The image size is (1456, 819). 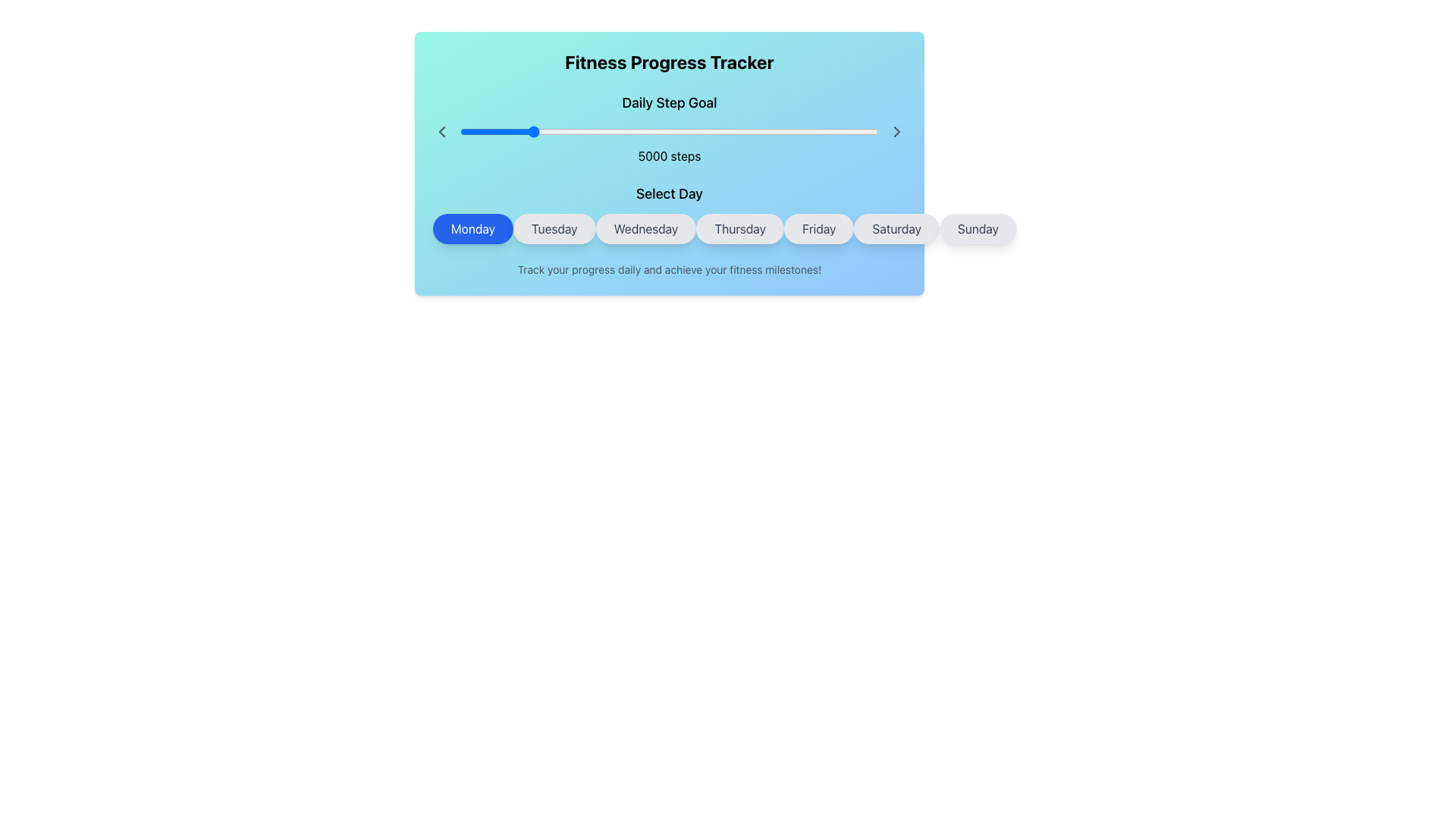 What do you see at coordinates (818, 228) in the screenshot?
I see `the rectangular button labeled 'Friday', which has rounded corners and a light gray background` at bounding box center [818, 228].